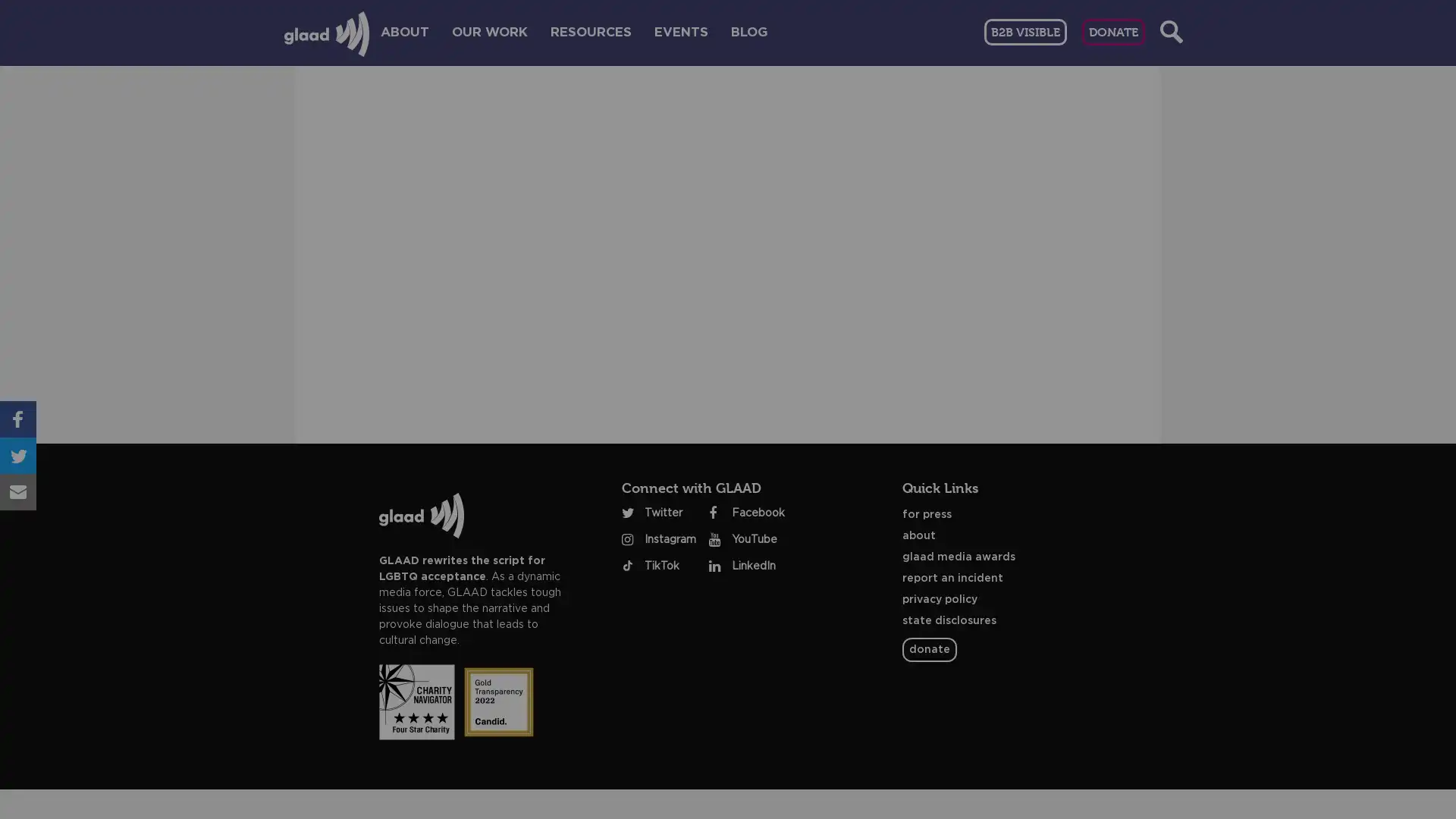  Describe the element at coordinates (1106, 180) in the screenshot. I see `Close` at that location.